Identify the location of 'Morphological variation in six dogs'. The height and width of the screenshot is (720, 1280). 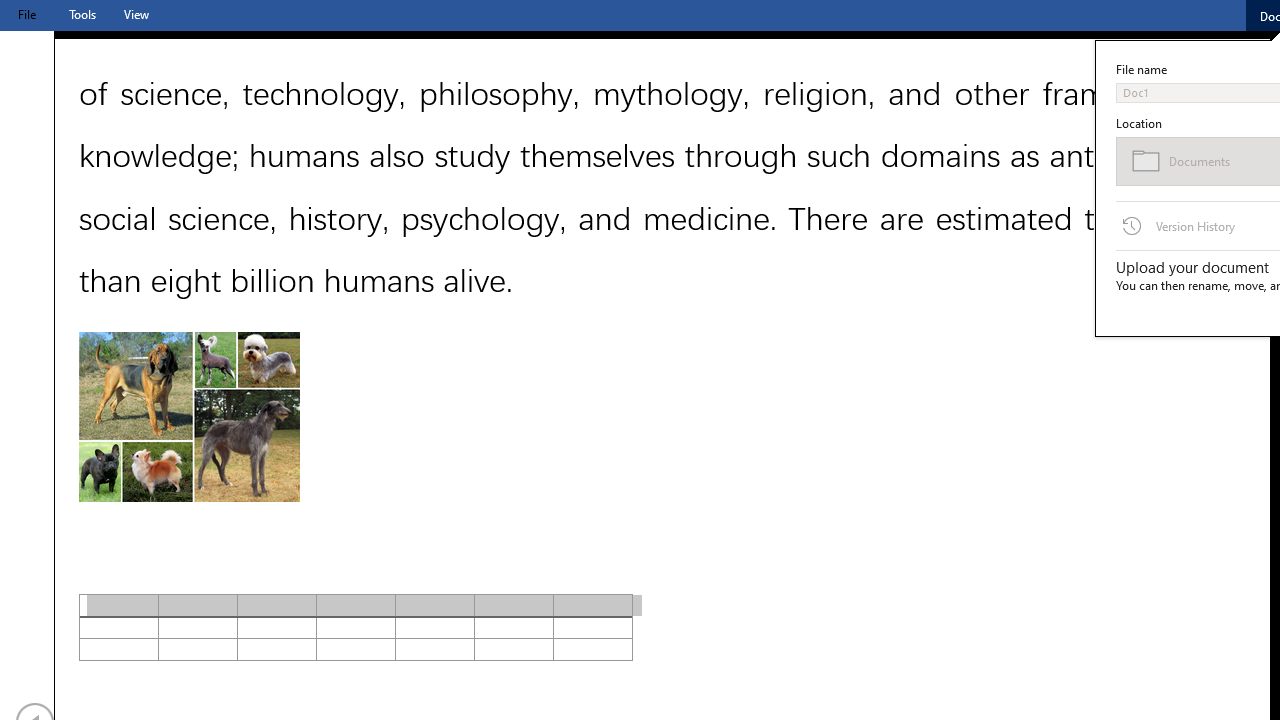
(188, 415).